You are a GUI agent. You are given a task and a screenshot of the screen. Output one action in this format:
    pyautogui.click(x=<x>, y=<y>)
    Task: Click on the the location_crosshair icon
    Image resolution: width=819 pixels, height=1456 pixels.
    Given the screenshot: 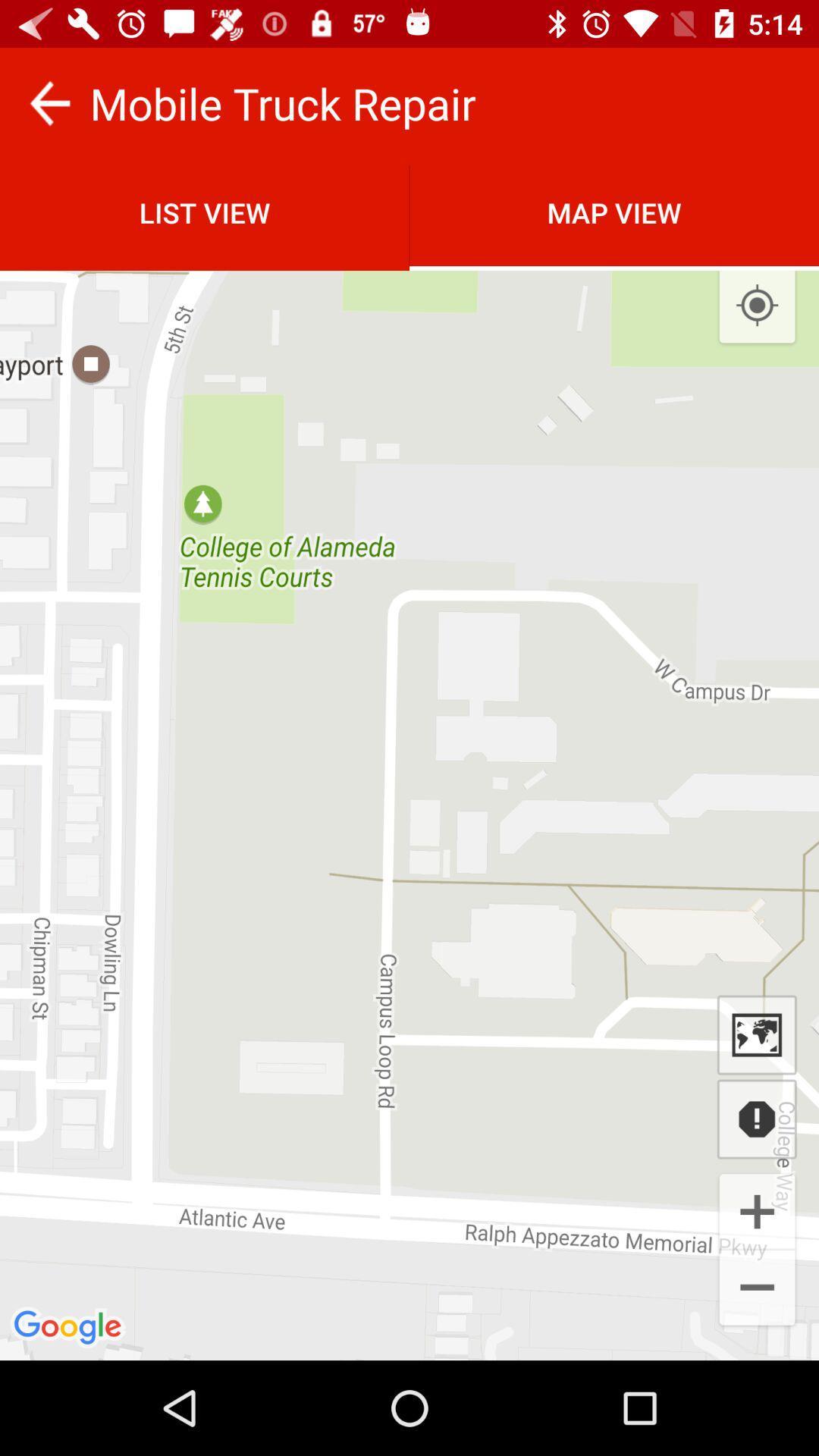 What is the action you would take?
    pyautogui.click(x=757, y=305)
    